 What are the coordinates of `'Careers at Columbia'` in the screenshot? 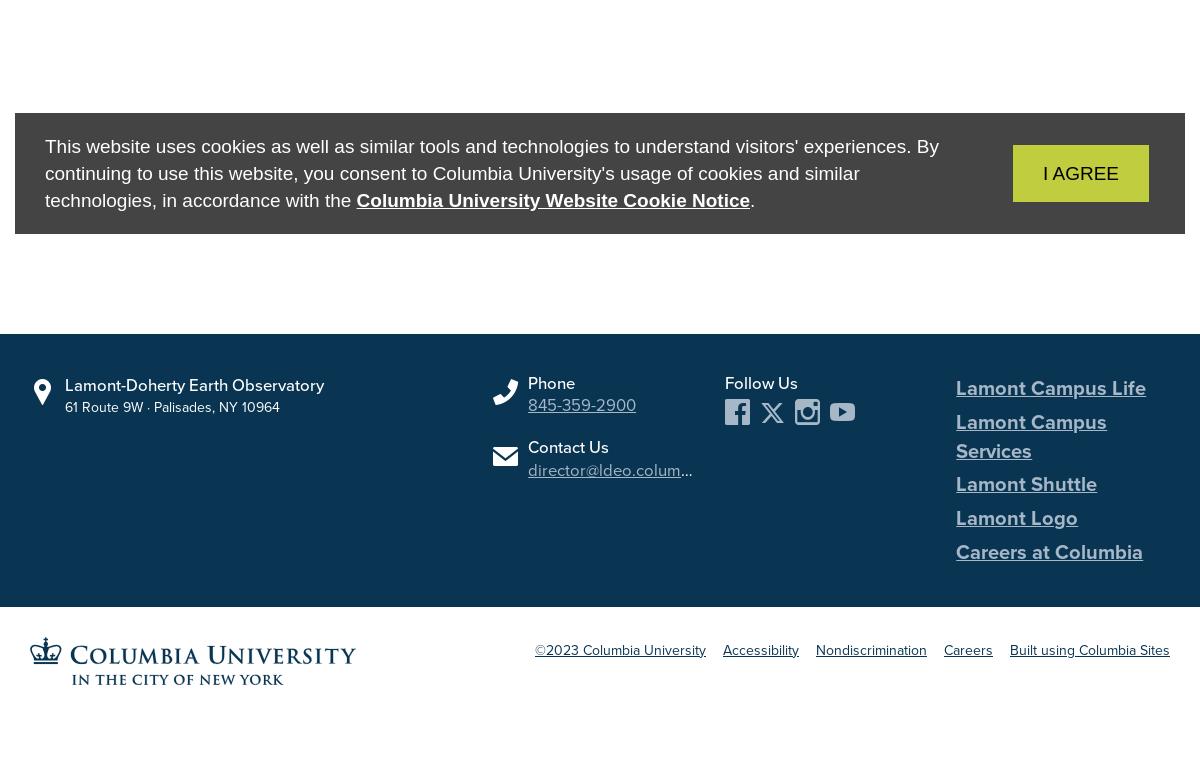 It's located at (1049, 549).